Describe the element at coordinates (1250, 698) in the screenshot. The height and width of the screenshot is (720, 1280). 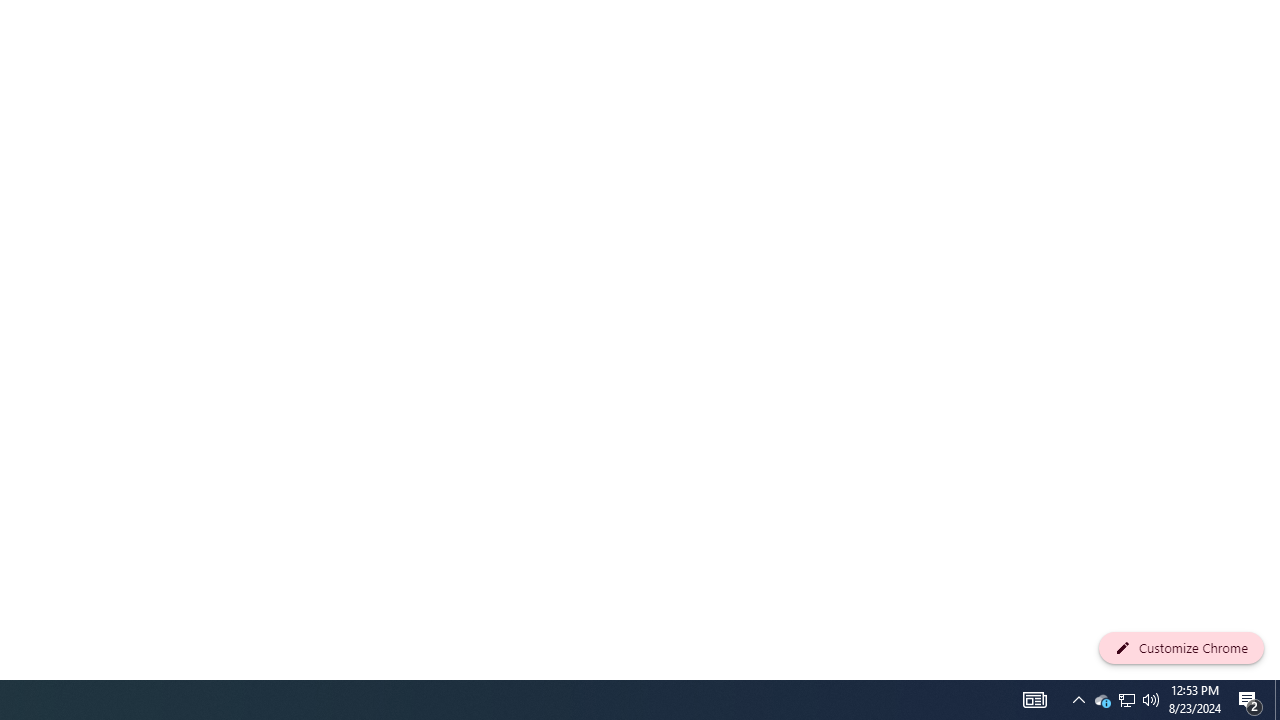
I see `'Show desktop'` at that location.